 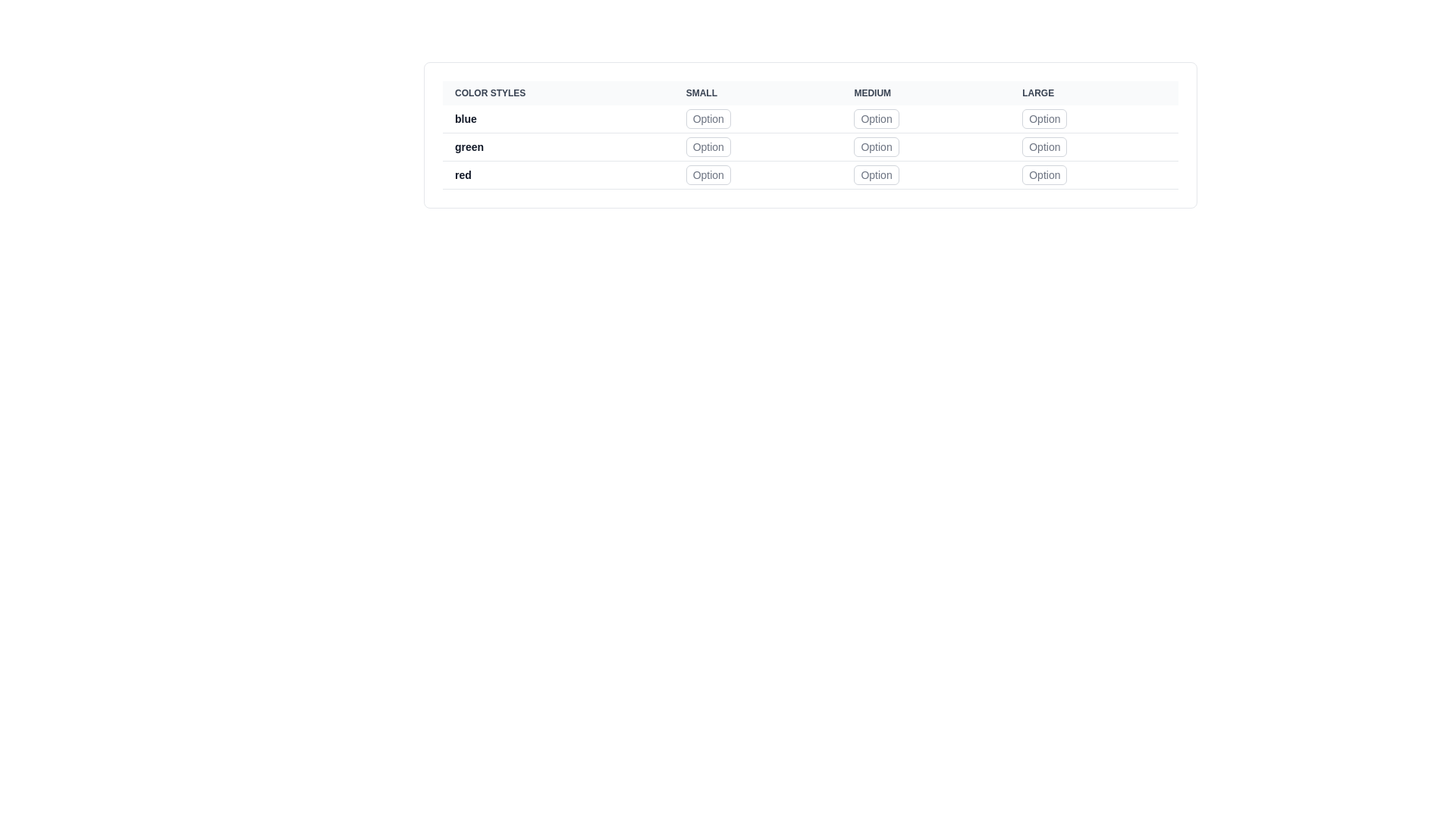 I want to click on an option within the middle row of the table that represents the 'green' category, which is located directly below the 'blue' row and above the 'red' row, so click(x=810, y=146).